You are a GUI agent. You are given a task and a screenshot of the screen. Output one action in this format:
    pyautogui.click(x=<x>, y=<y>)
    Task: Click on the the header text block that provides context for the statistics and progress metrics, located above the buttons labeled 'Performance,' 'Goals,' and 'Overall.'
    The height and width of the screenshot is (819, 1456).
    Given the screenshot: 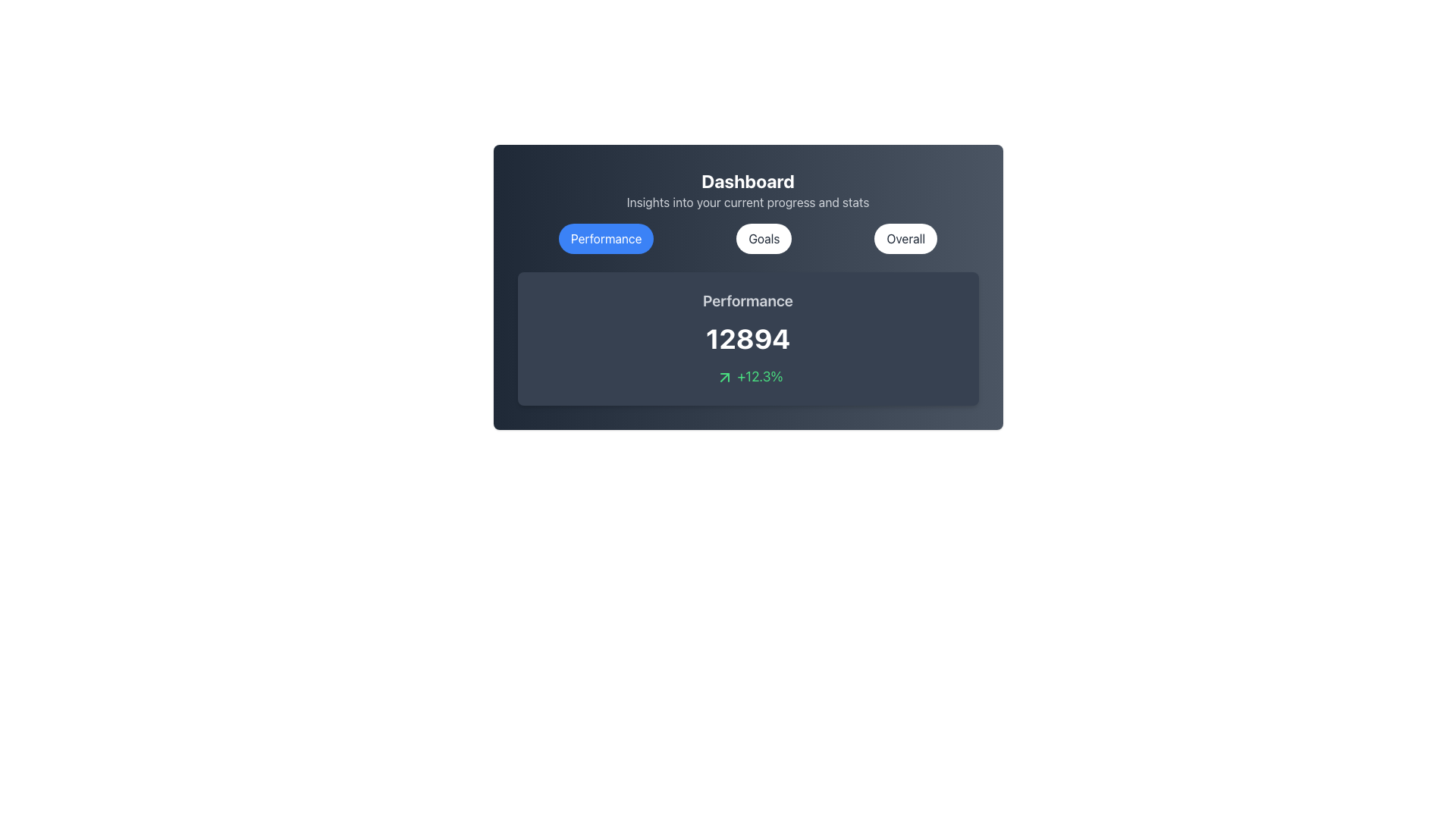 What is the action you would take?
    pyautogui.click(x=748, y=189)
    